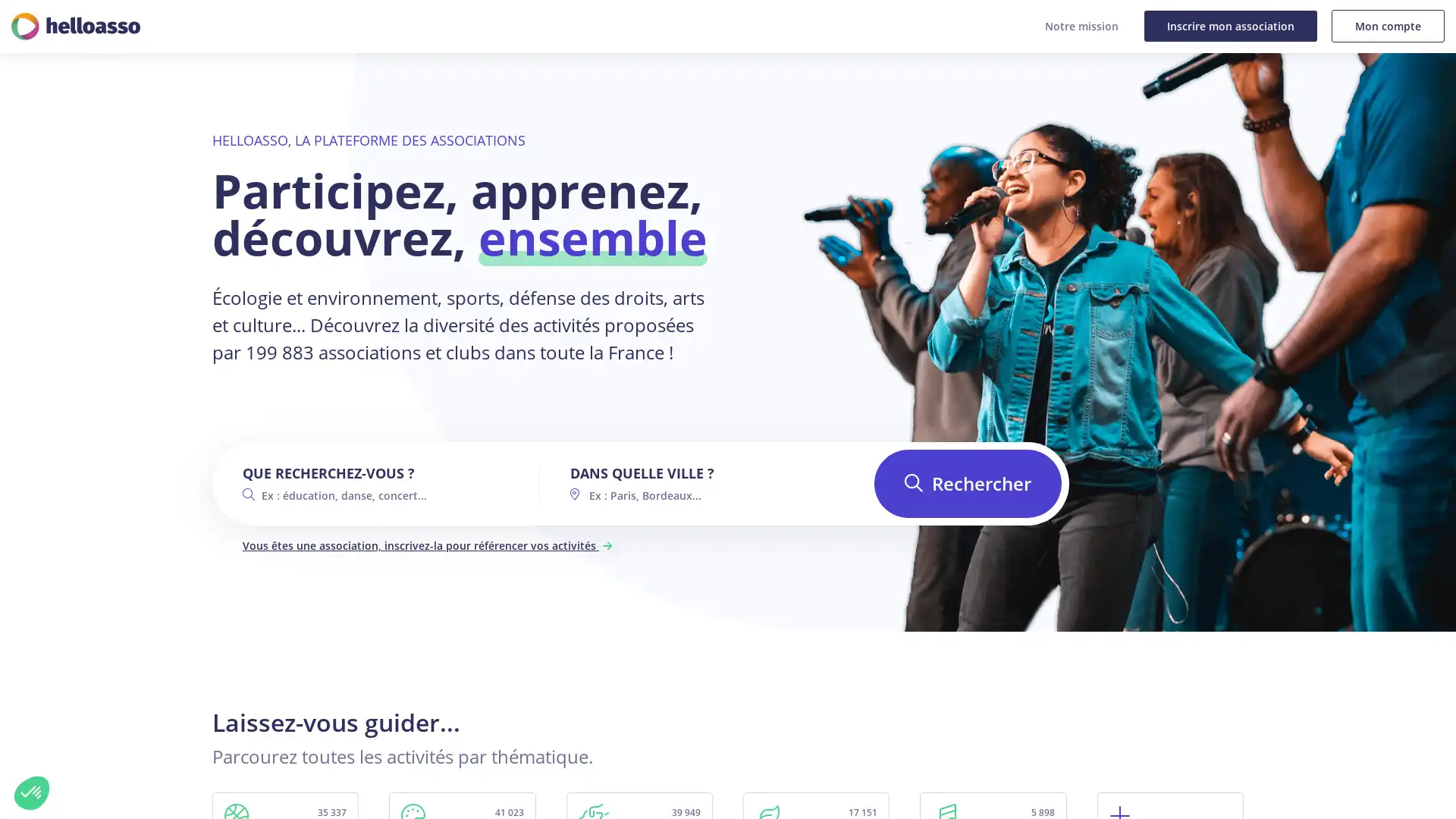  What do you see at coordinates (174, 716) in the screenshot?
I see `Consentements certifies par` at bounding box center [174, 716].